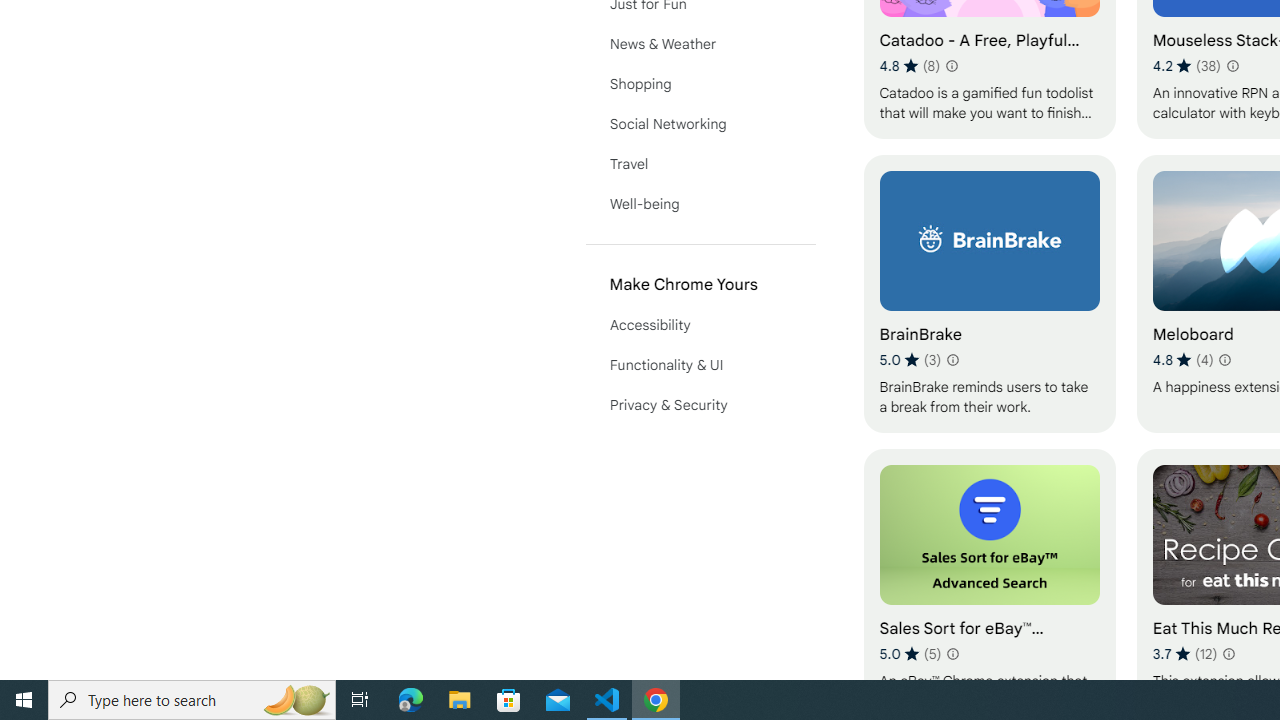 This screenshot has height=720, width=1280. I want to click on 'Functionality & UI', so click(700, 365).